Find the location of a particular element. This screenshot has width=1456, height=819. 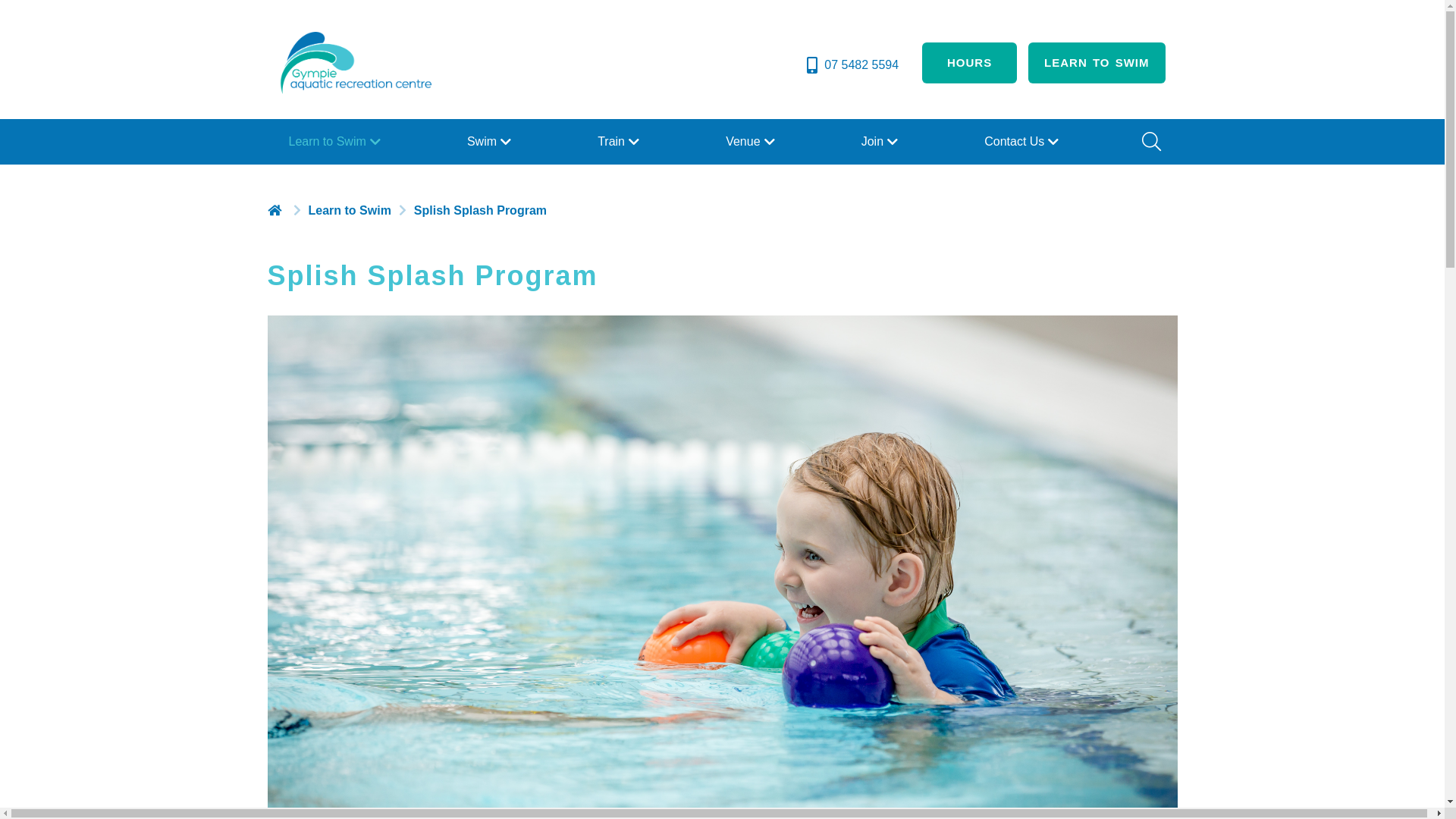

'HOURS' is located at coordinates (968, 62).